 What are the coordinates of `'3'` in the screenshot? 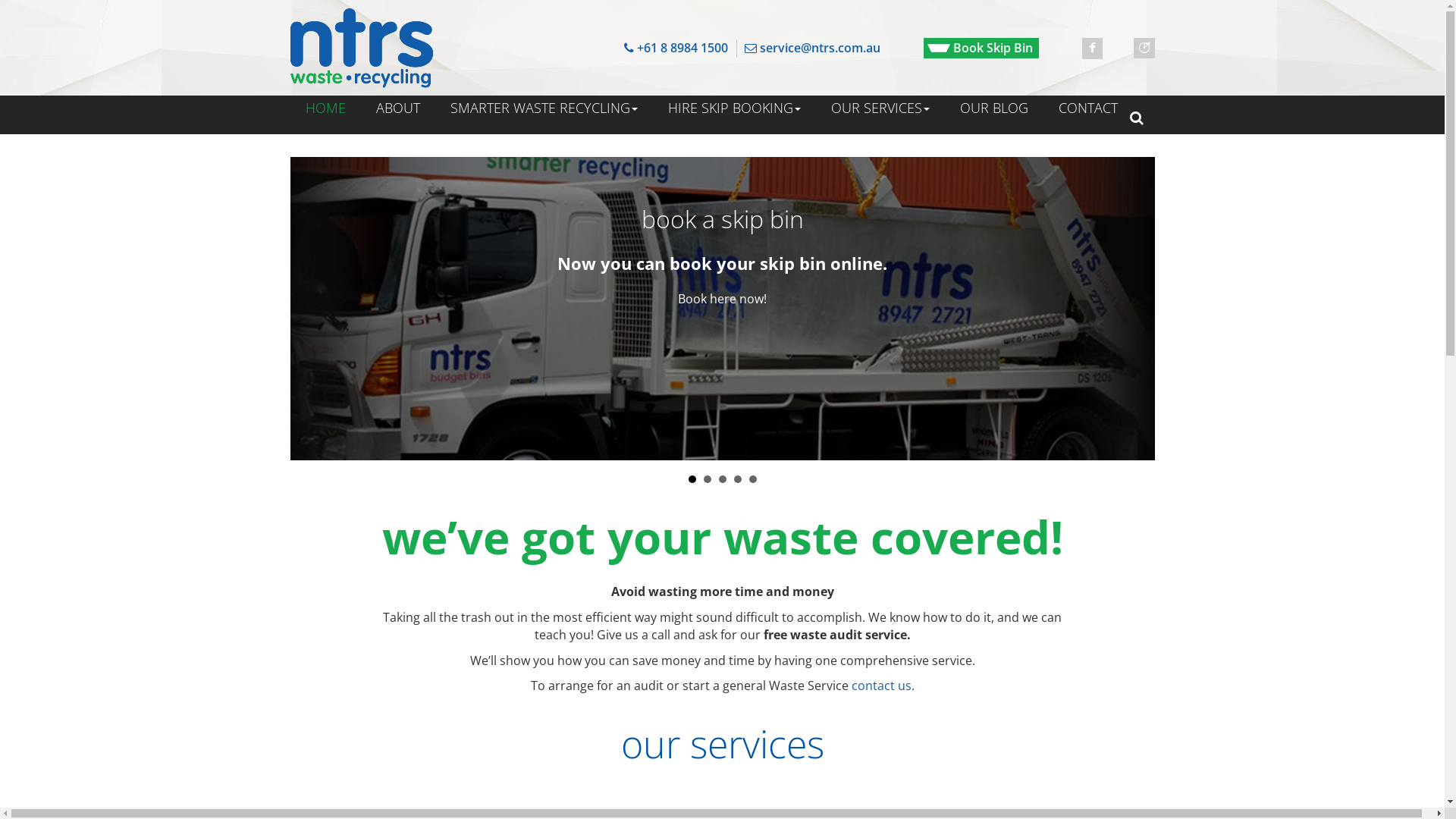 It's located at (718, 479).